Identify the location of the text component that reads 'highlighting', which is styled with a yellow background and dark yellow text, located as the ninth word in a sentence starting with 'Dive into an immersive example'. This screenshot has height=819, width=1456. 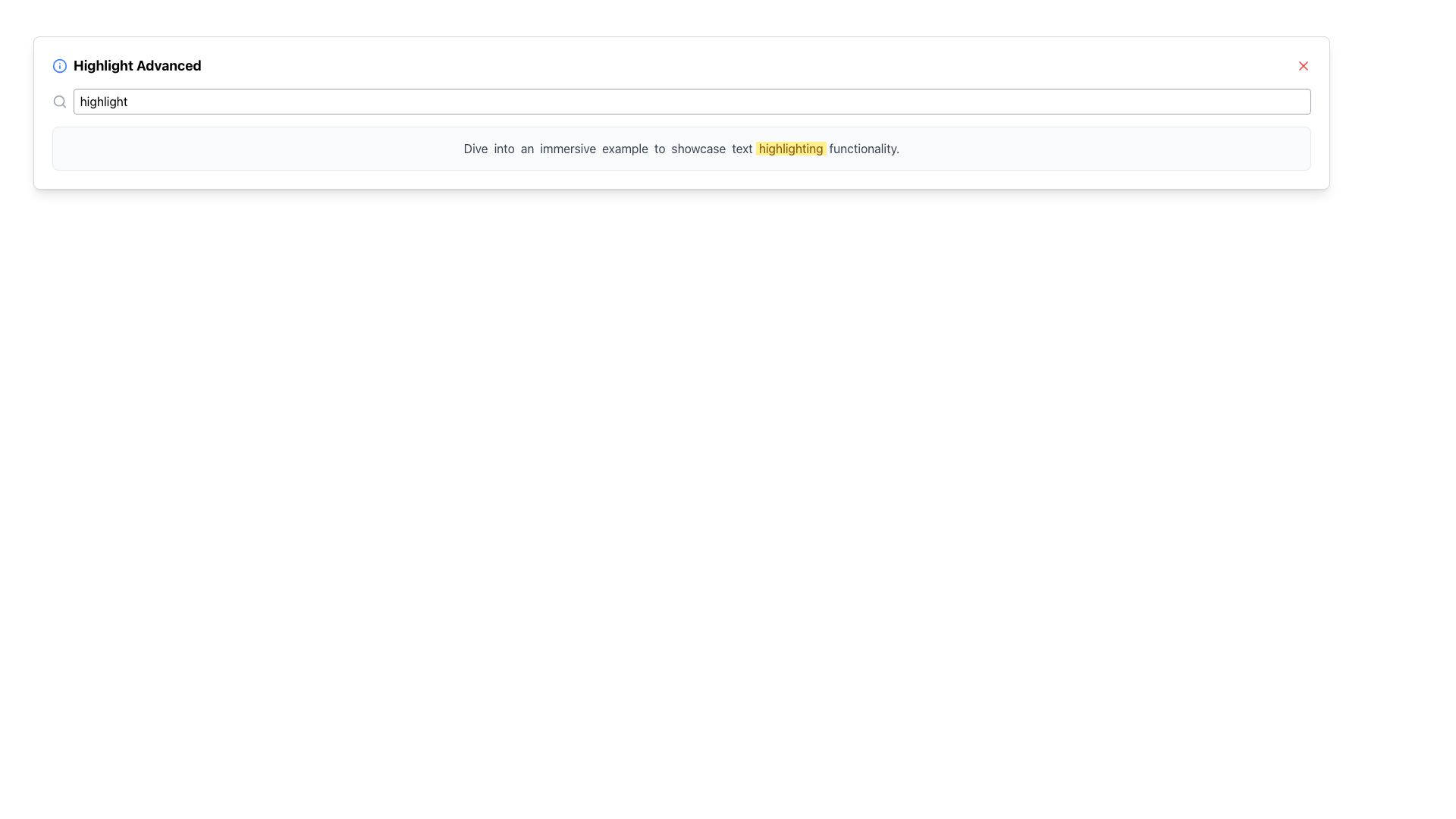
(790, 149).